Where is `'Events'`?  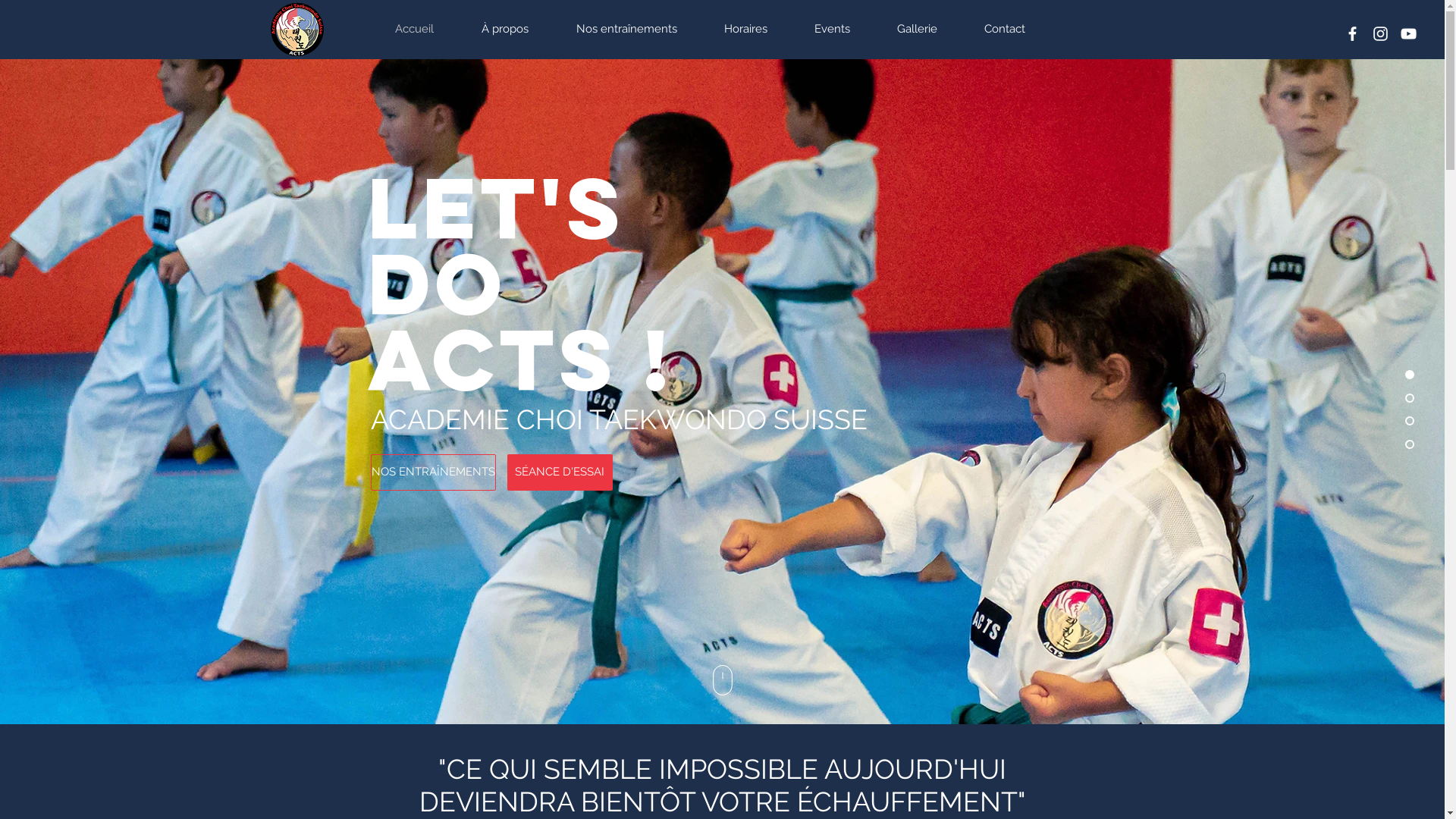
'Events' is located at coordinates (843, 29).